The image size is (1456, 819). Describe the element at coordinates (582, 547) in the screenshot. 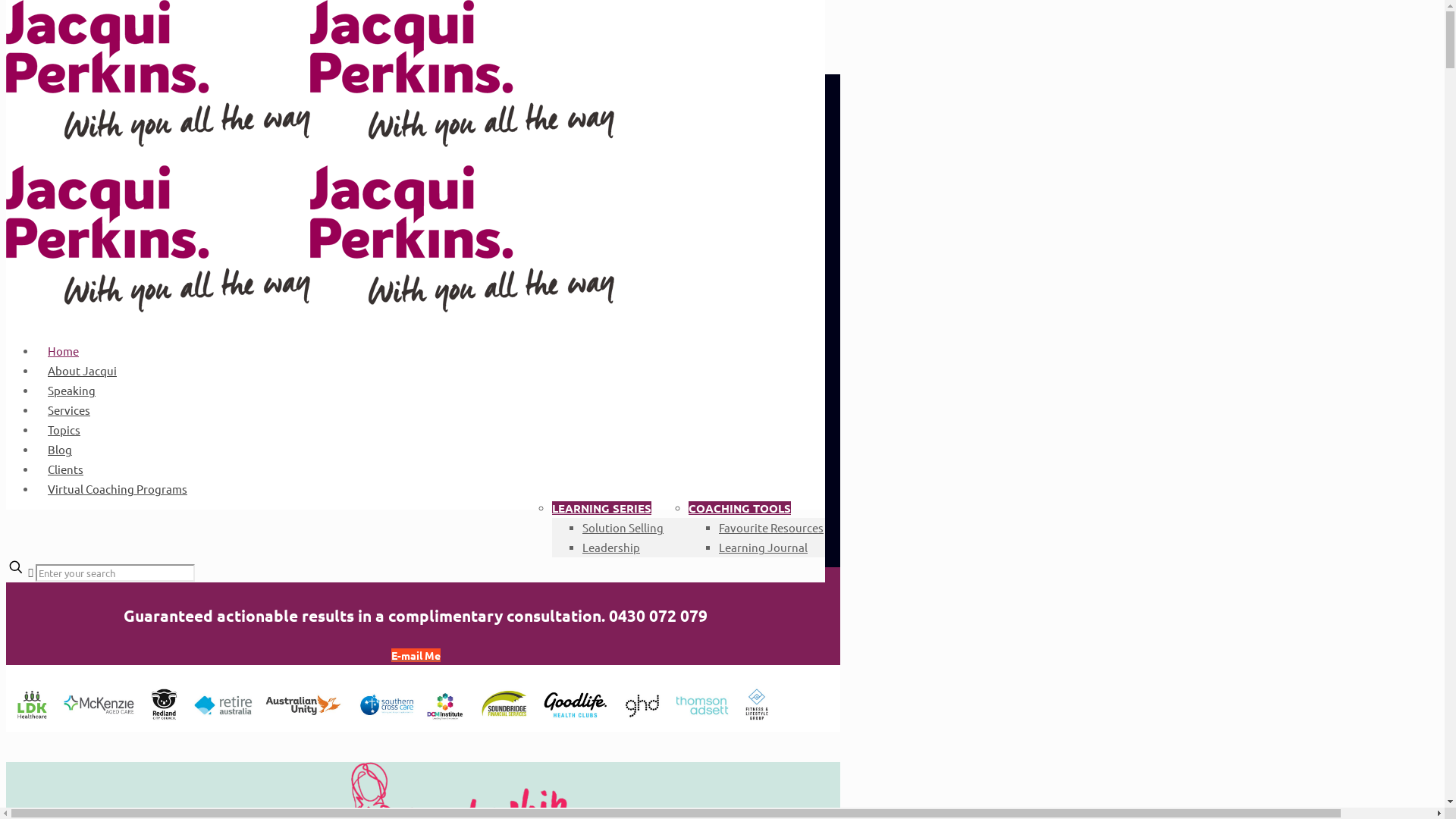

I see `'Leadership'` at that location.